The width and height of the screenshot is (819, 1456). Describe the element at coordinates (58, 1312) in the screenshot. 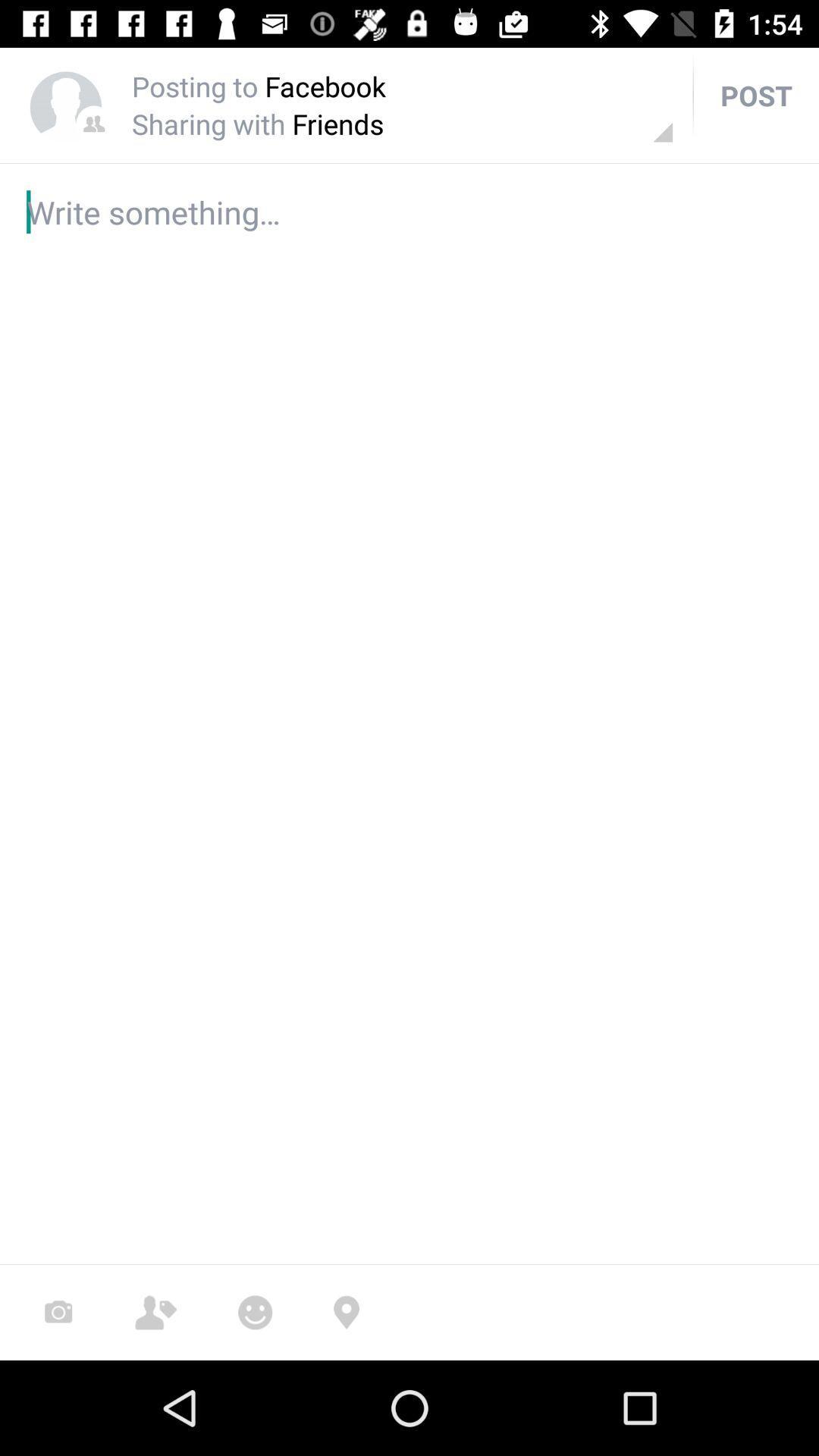

I see `the photo icon` at that location.